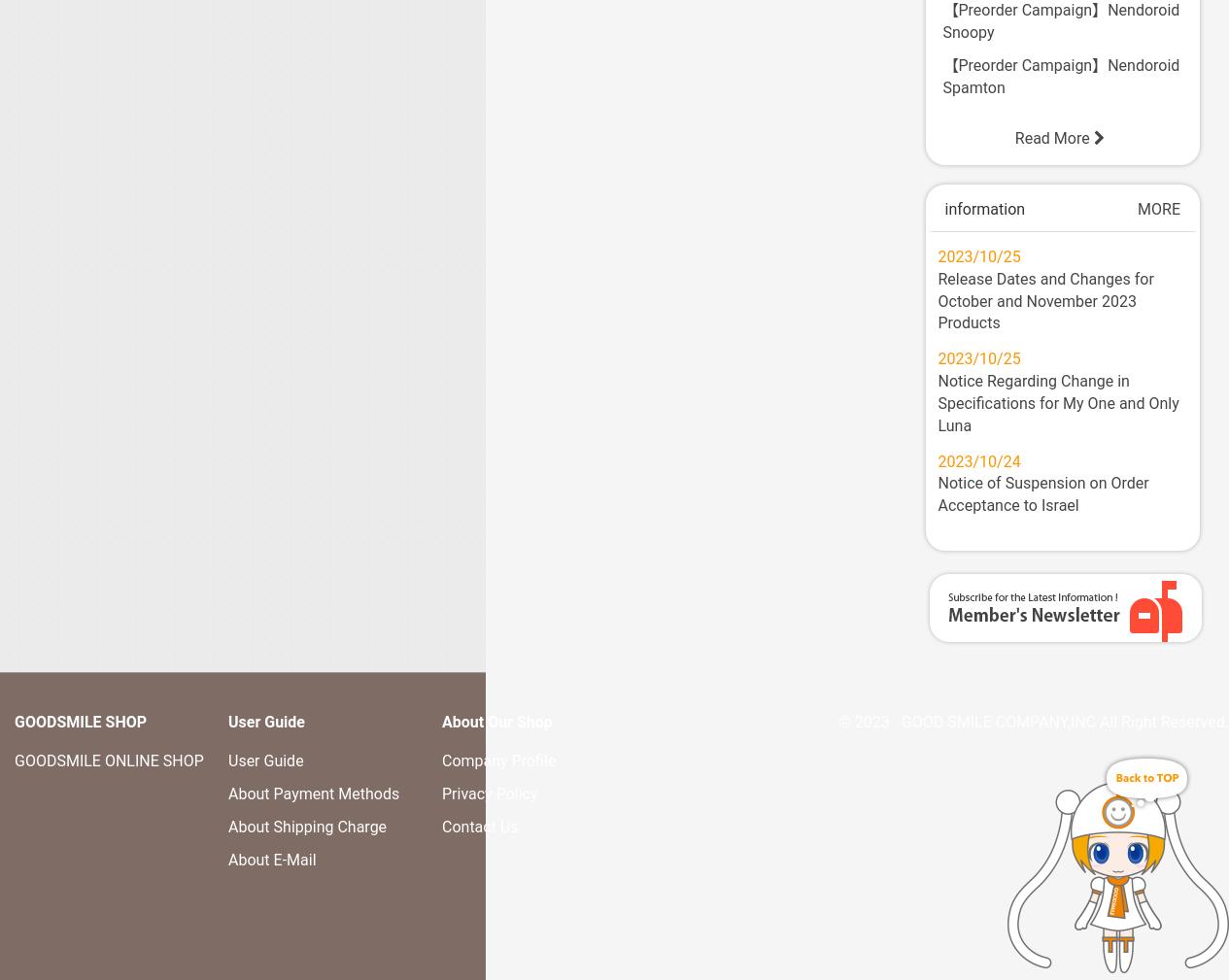 Image resolution: width=1229 pixels, height=980 pixels. I want to click on 'information', so click(983, 208).